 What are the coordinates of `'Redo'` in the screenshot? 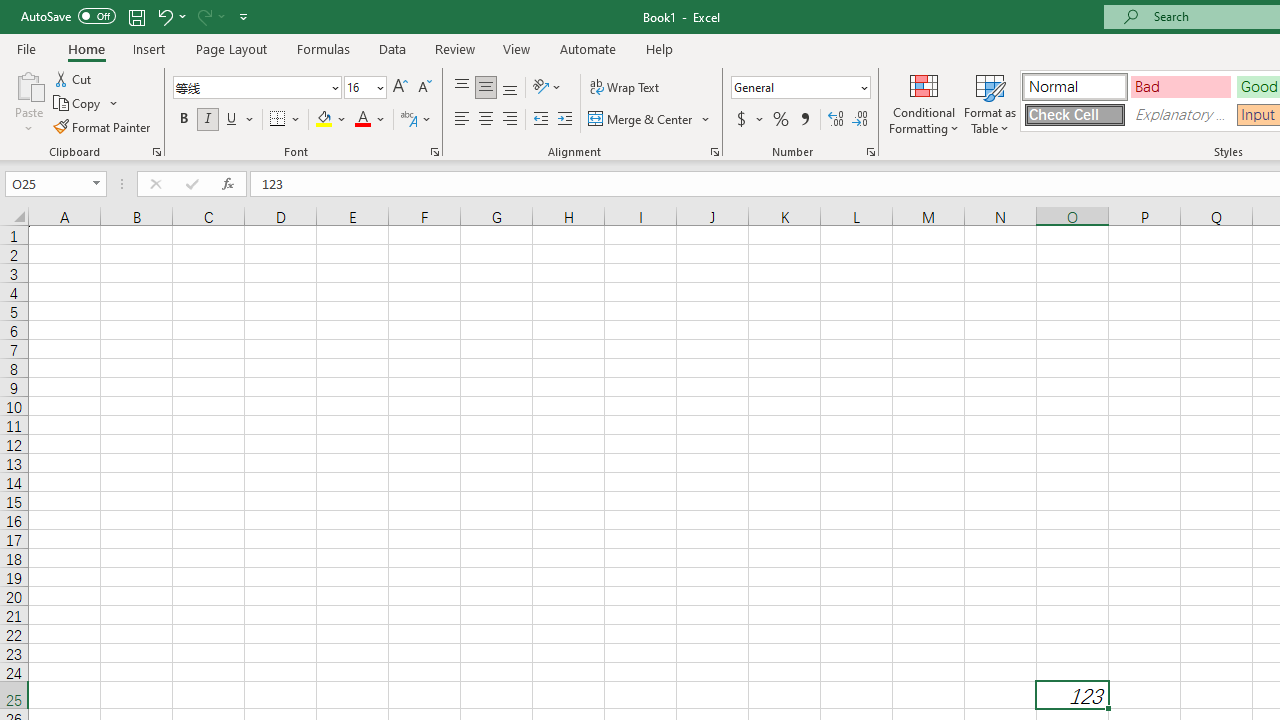 It's located at (209, 16).